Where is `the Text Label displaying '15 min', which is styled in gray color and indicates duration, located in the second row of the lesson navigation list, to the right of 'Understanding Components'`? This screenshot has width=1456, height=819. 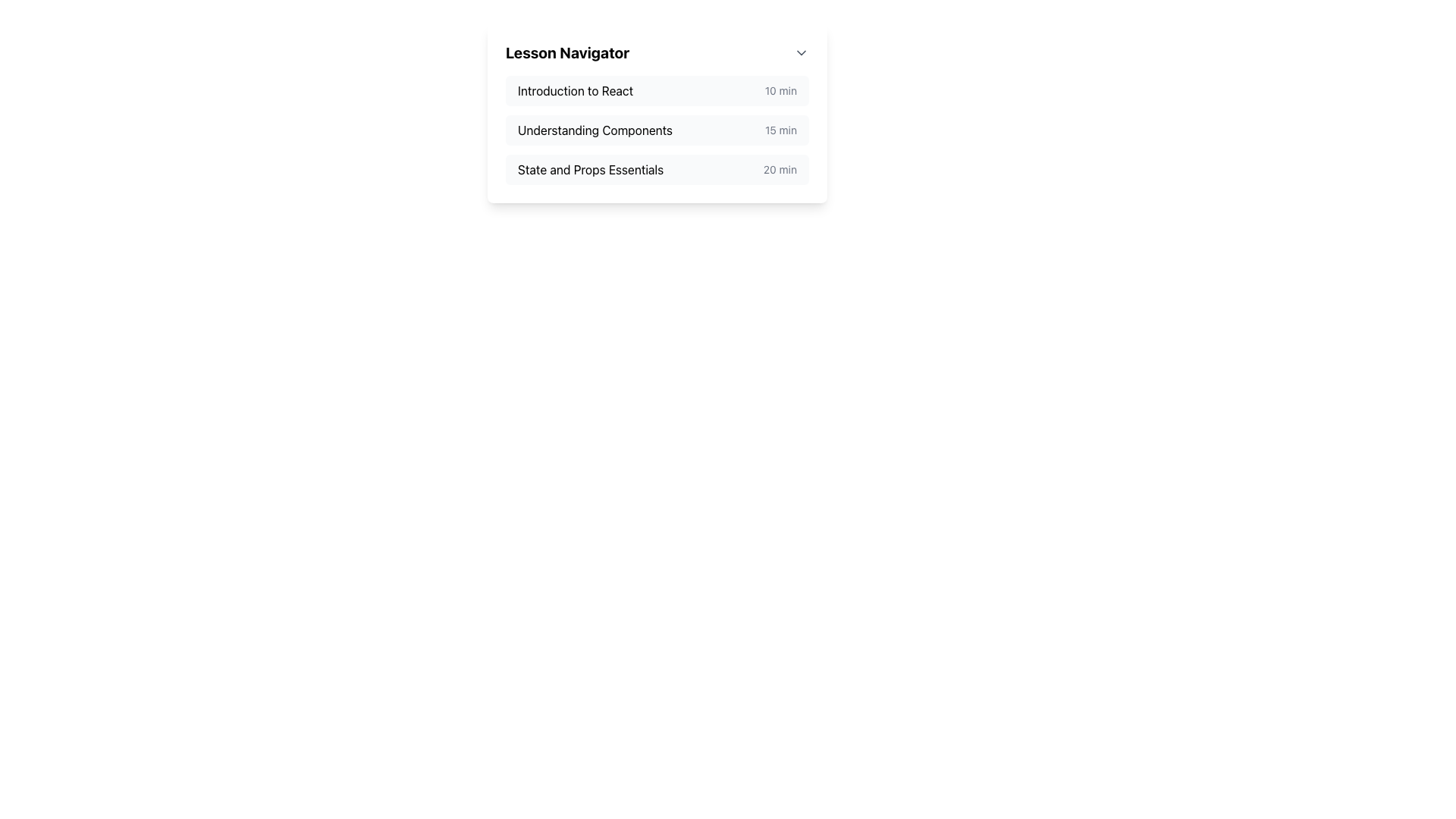 the Text Label displaying '15 min', which is styled in gray color and indicates duration, located in the second row of the lesson navigation list, to the right of 'Understanding Components' is located at coordinates (781, 130).